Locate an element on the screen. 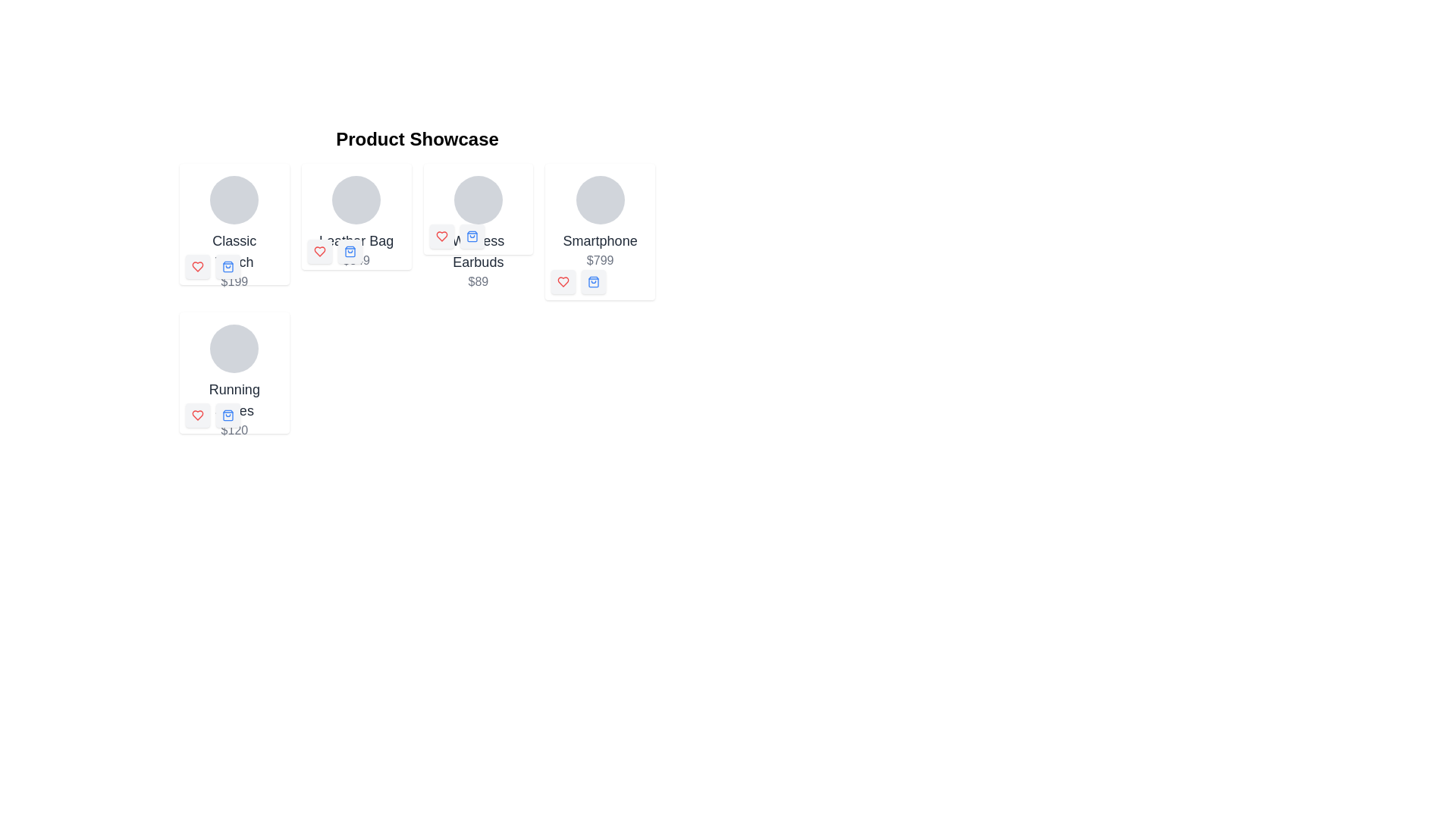  the product image by clicking on the 'Wireless Earbuds' product card, which is the third card in a horizontal product grid is located at coordinates (477, 234).